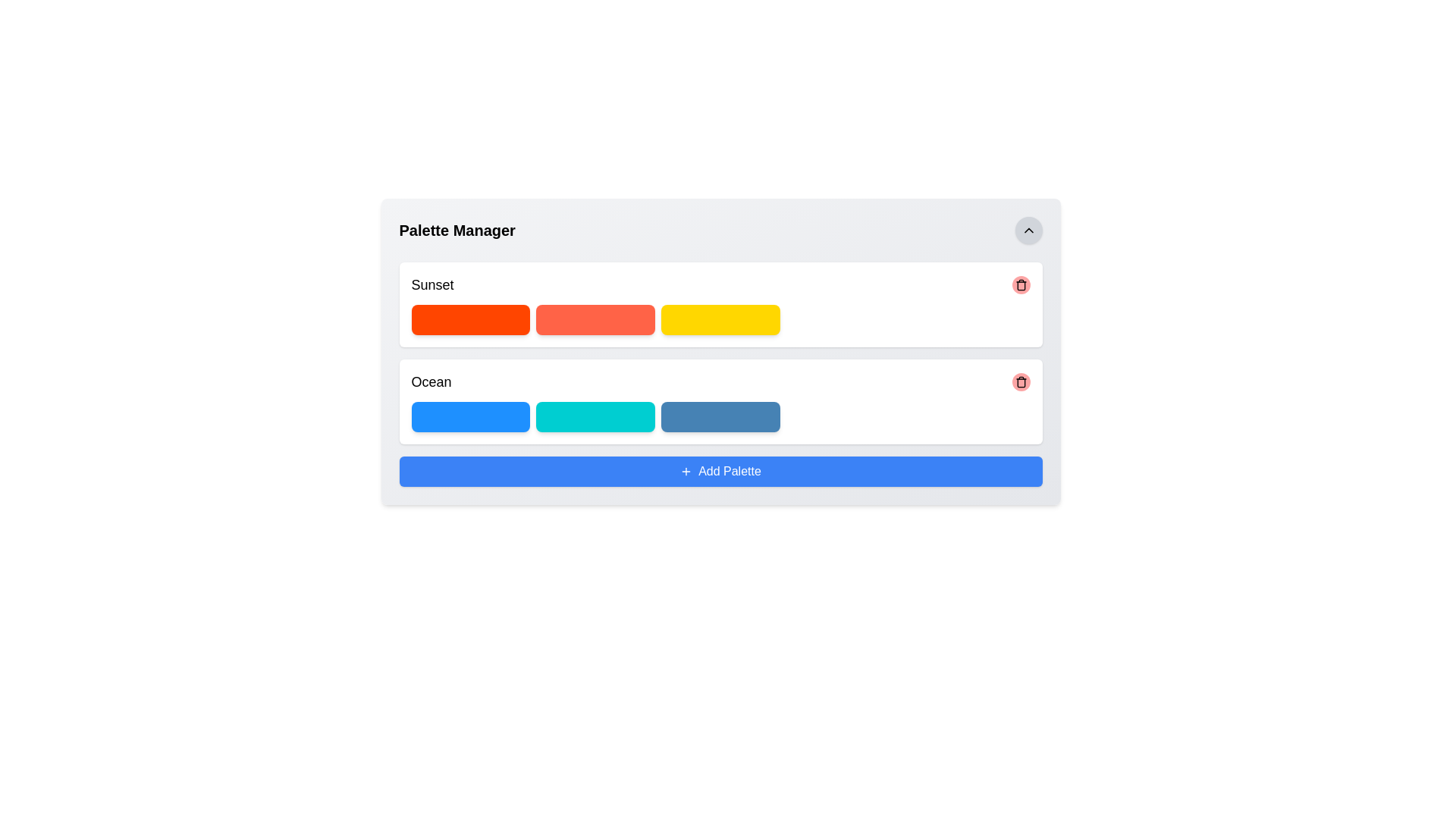 The height and width of the screenshot is (819, 1456). What do you see at coordinates (457, 231) in the screenshot?
I see `the 'Palette Manager' text label located at the top-left corner of the header section of the card-like component` at bounding box center [457, 231].